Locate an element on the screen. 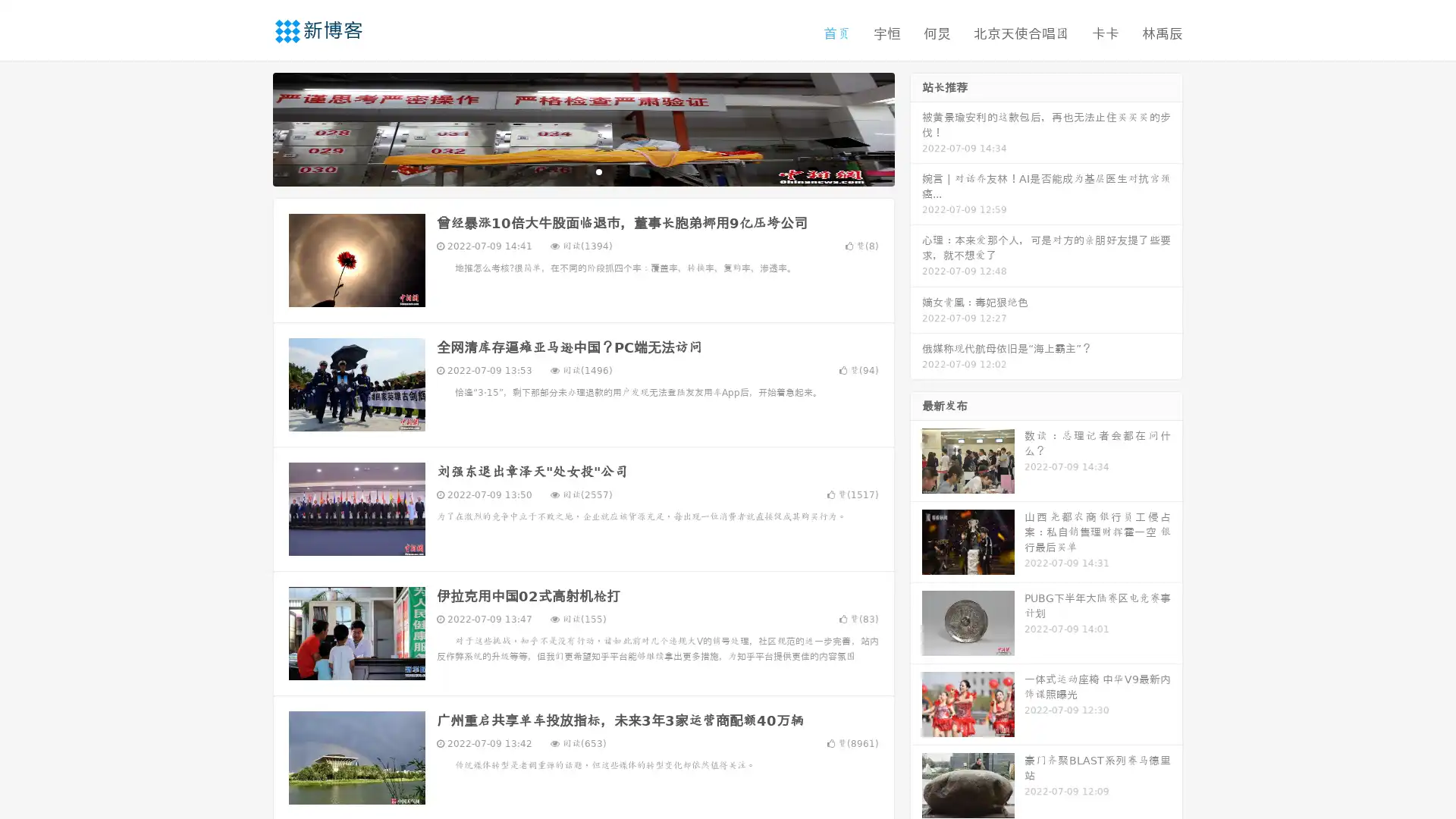  Go to slide 3 is located at coordinates (598, 171).